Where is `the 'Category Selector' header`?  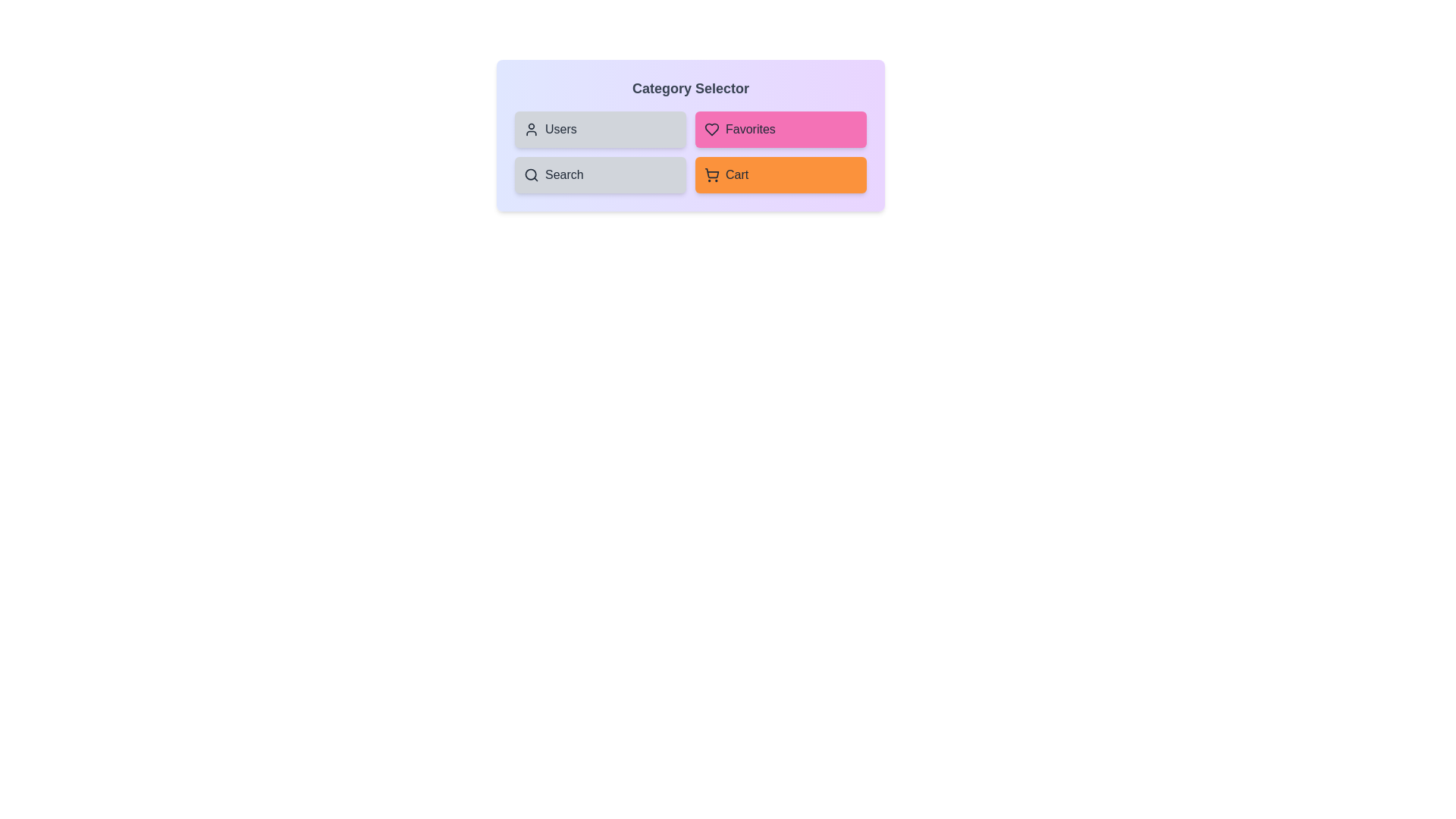
the 'Category Selector' header is located at coordinates (690, 88).